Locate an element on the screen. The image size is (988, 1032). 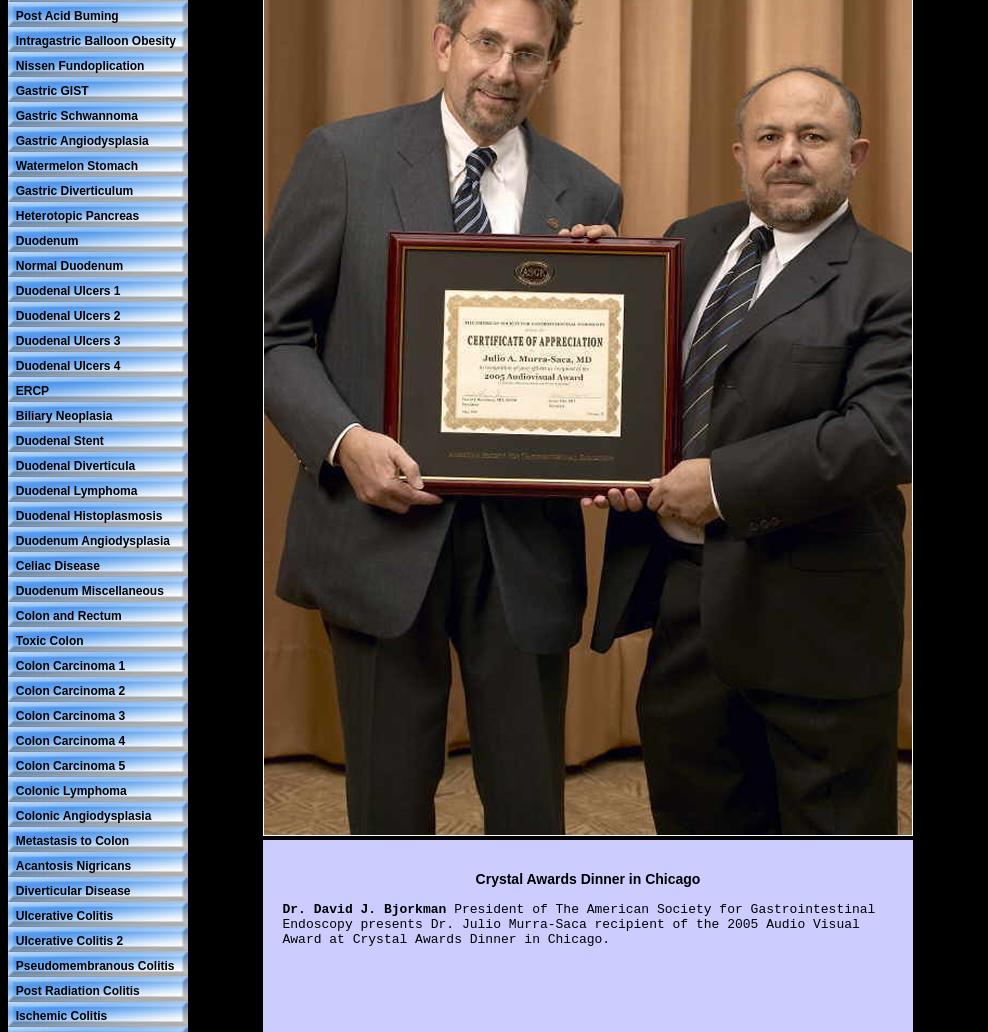
'Intragastric Balloon Obesity' is located at coordinates (95, 40).